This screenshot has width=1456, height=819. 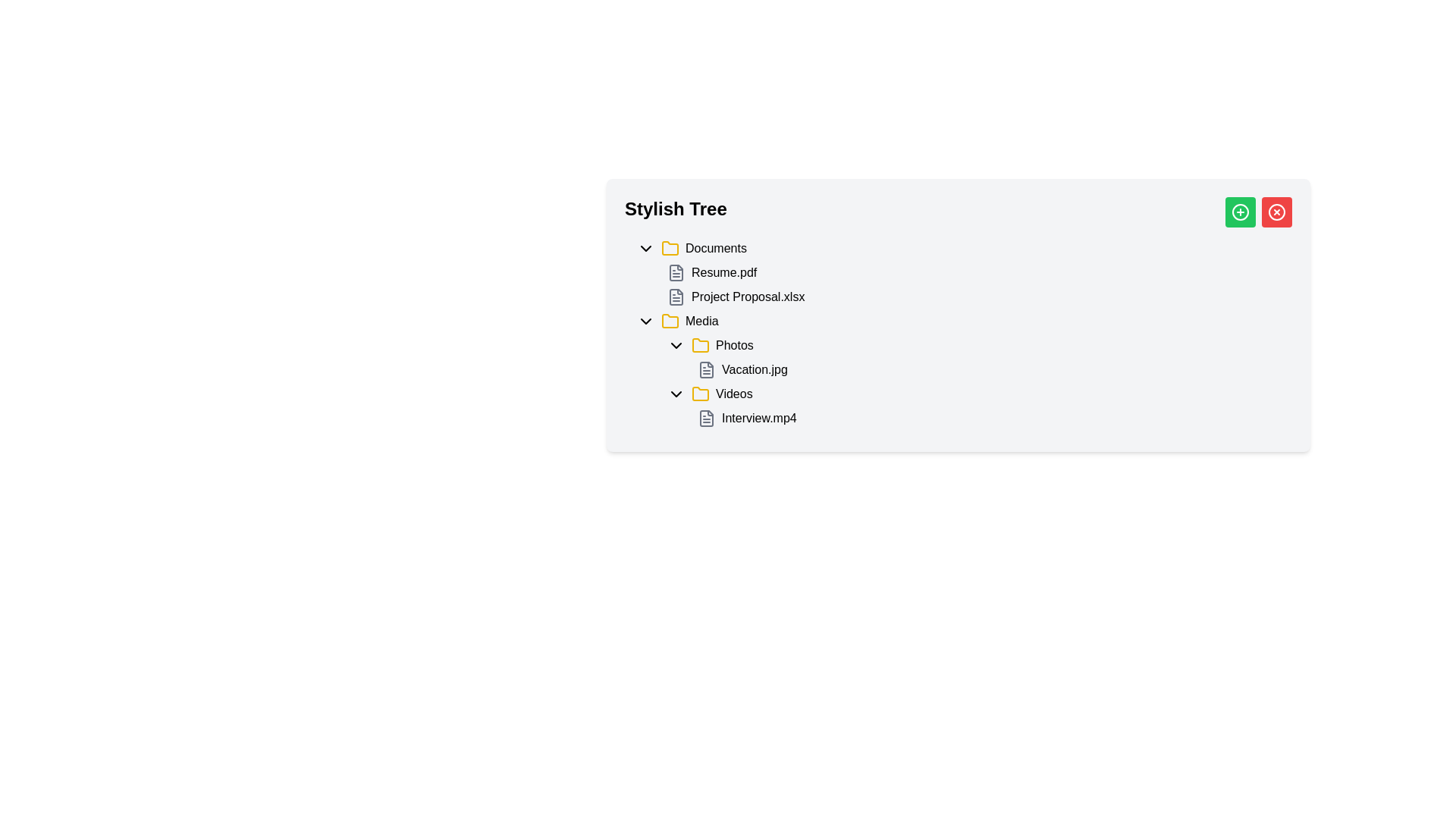 I want to click on the label representing the file 'Project Proposal.xlsx' in the 'Stylish Tree' file explorer, so click(x=748, y=297).